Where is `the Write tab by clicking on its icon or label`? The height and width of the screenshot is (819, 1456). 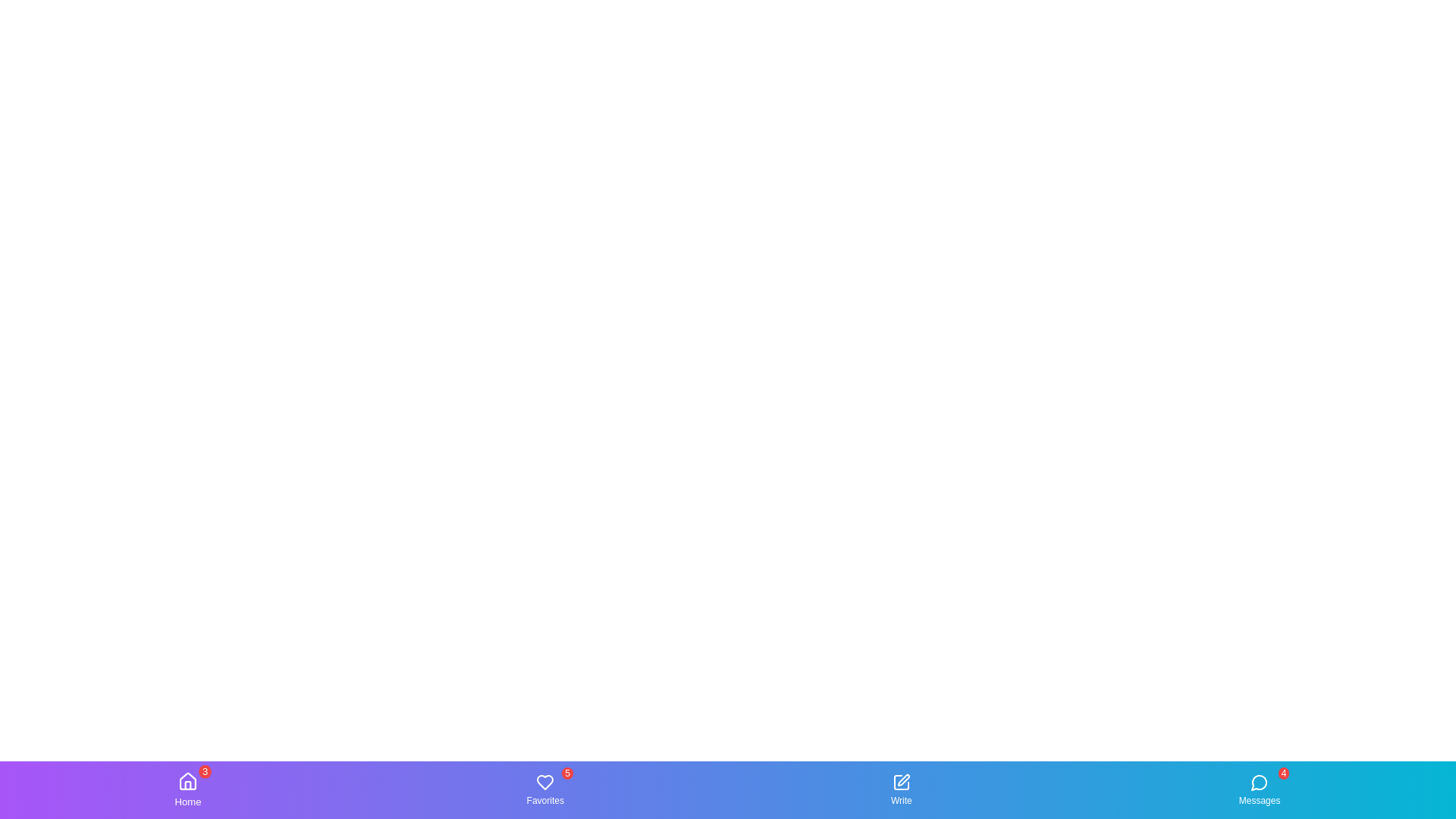
the Write tab by clicking on its icon or label is located at coordinates (901, 789).